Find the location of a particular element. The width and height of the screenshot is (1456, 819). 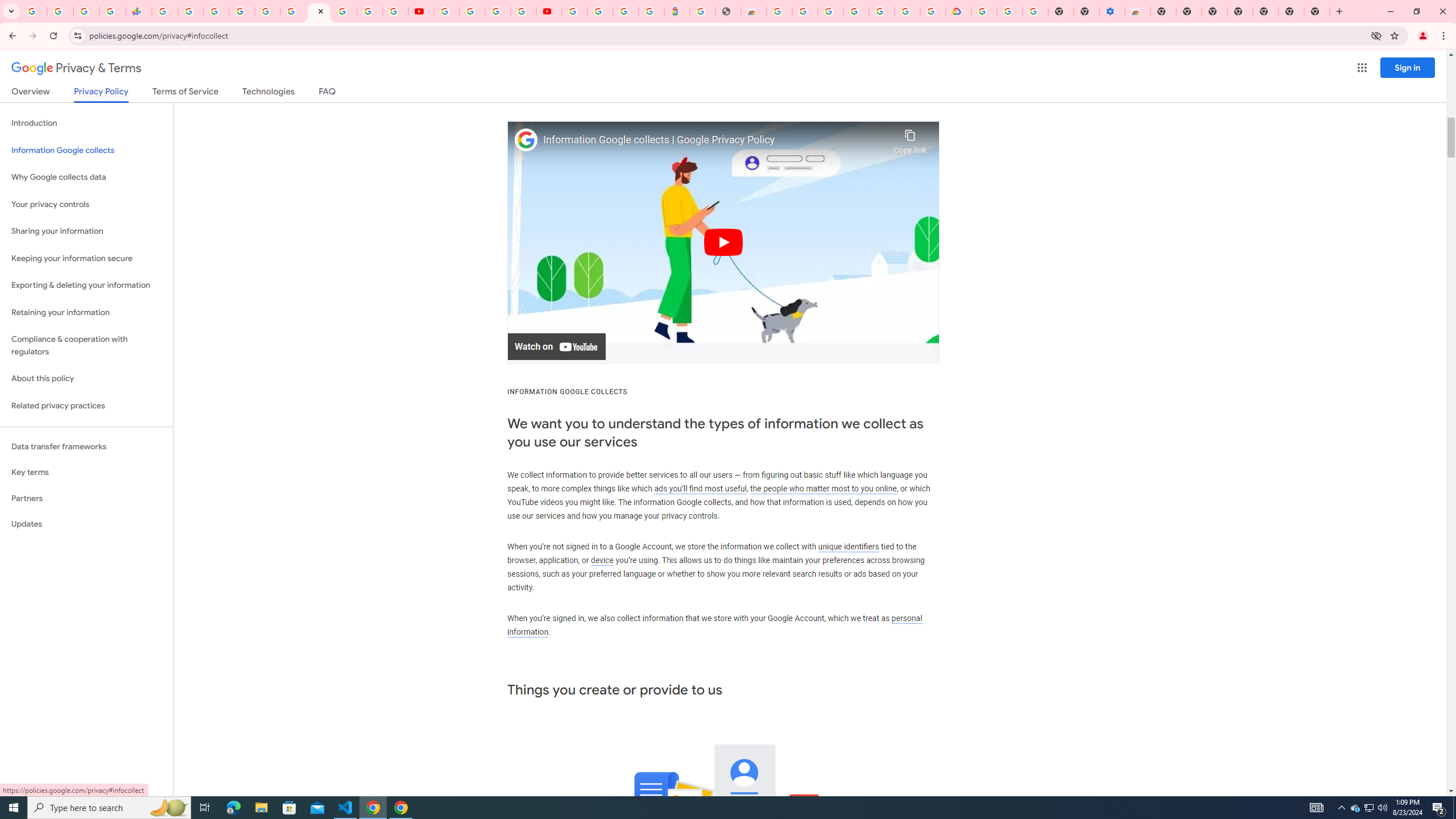

'Retaining your information' is located at coordinates (86, 312).